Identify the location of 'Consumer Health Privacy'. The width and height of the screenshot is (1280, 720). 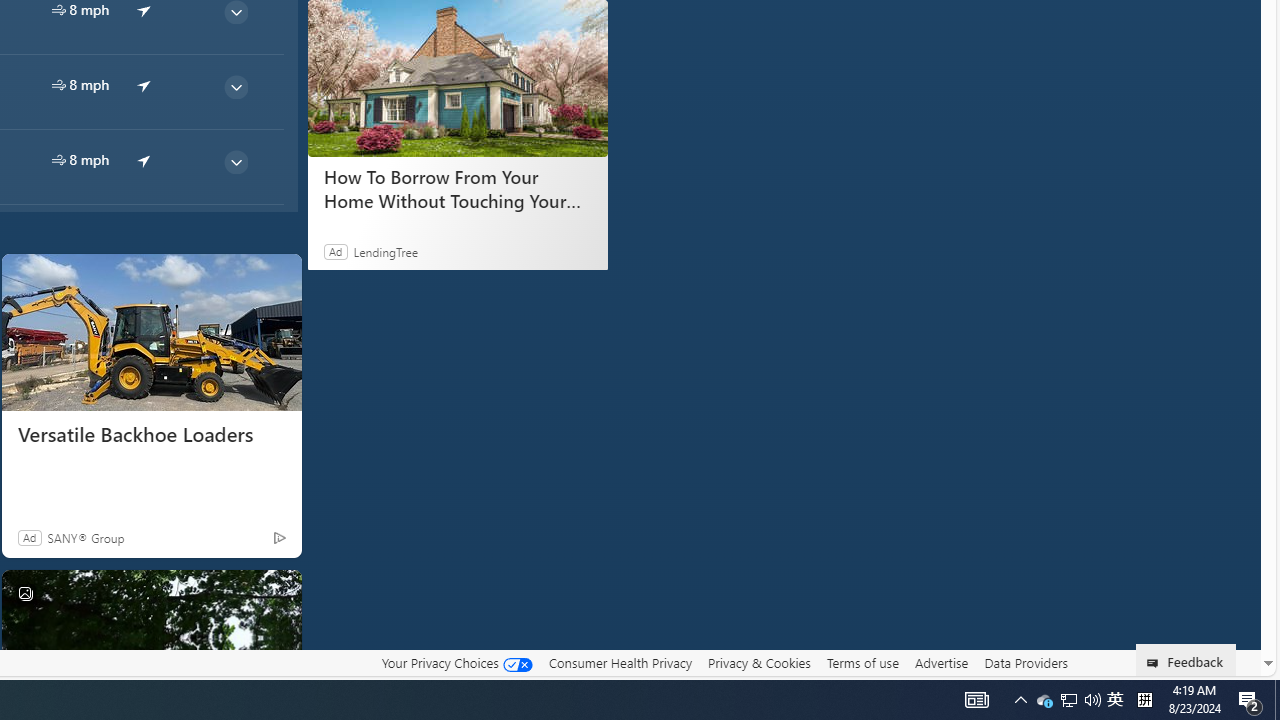
(619, 662).